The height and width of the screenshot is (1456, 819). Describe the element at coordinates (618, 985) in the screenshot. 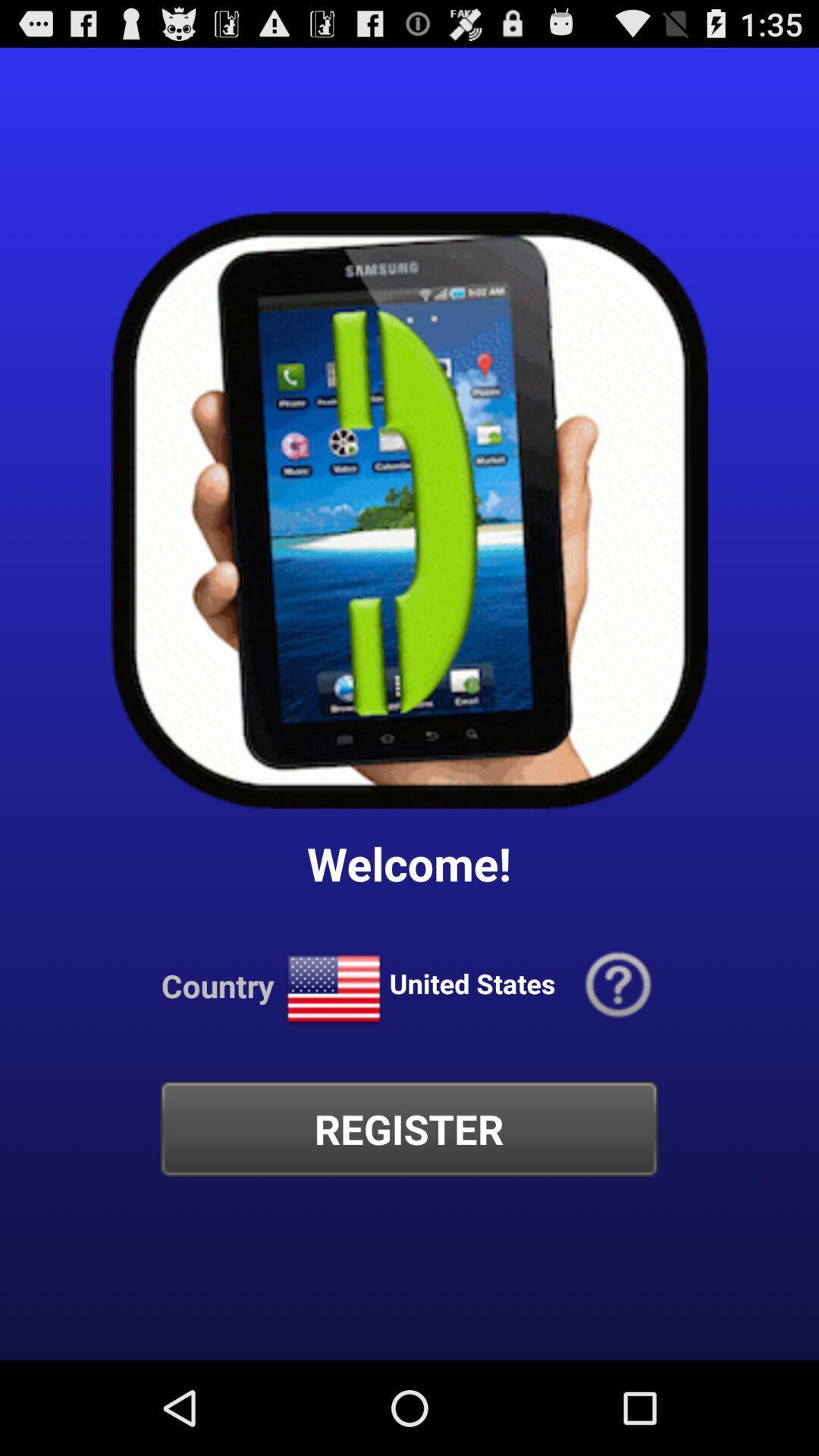

I see `item at the bottom right corner` at that location.